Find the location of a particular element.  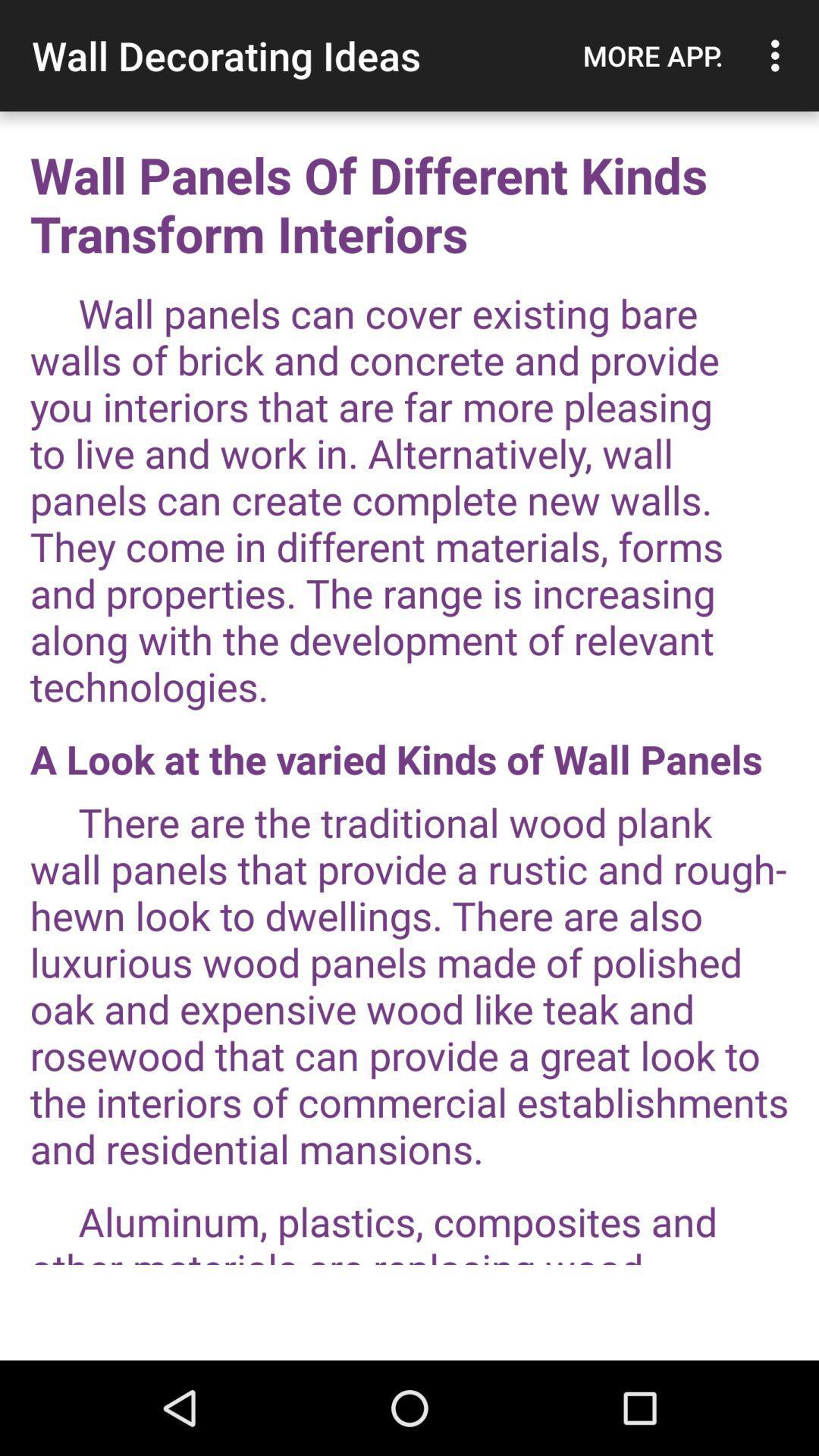

the icon next to wall decorating ideas item is located at coordinates (652, 55).